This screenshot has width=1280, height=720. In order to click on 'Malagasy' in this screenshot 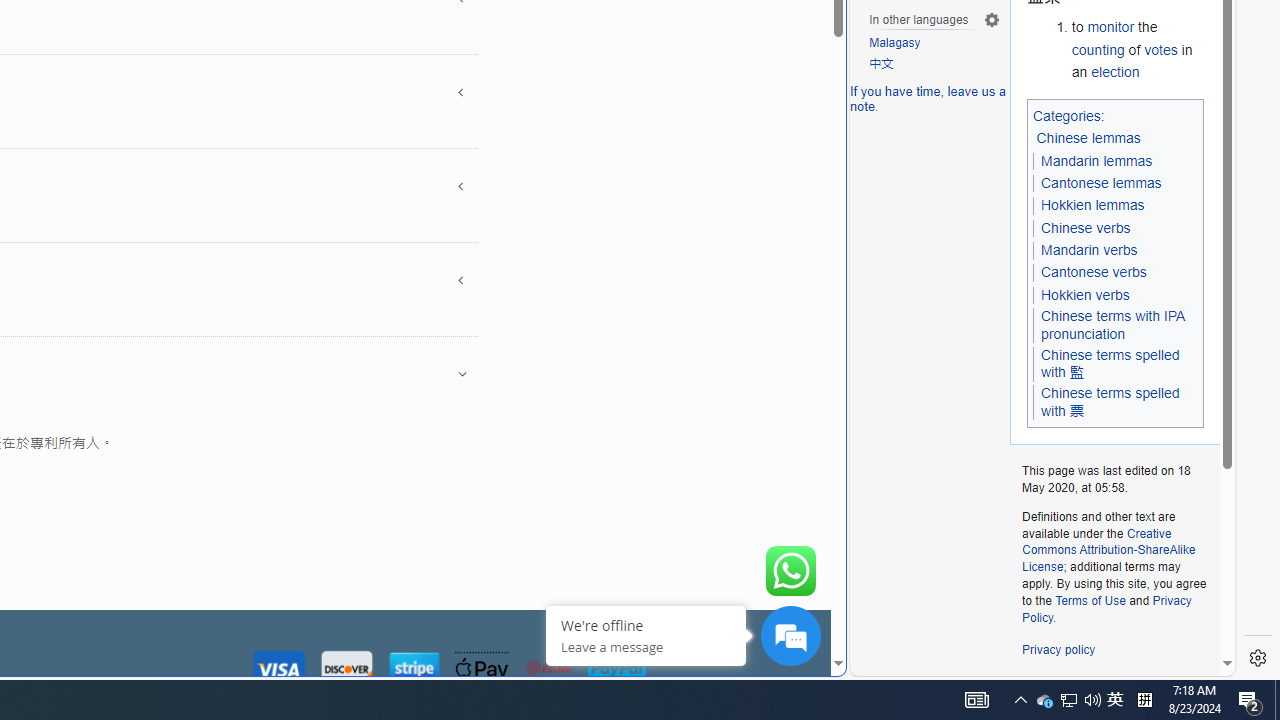, I will do `click(934, 43)`.